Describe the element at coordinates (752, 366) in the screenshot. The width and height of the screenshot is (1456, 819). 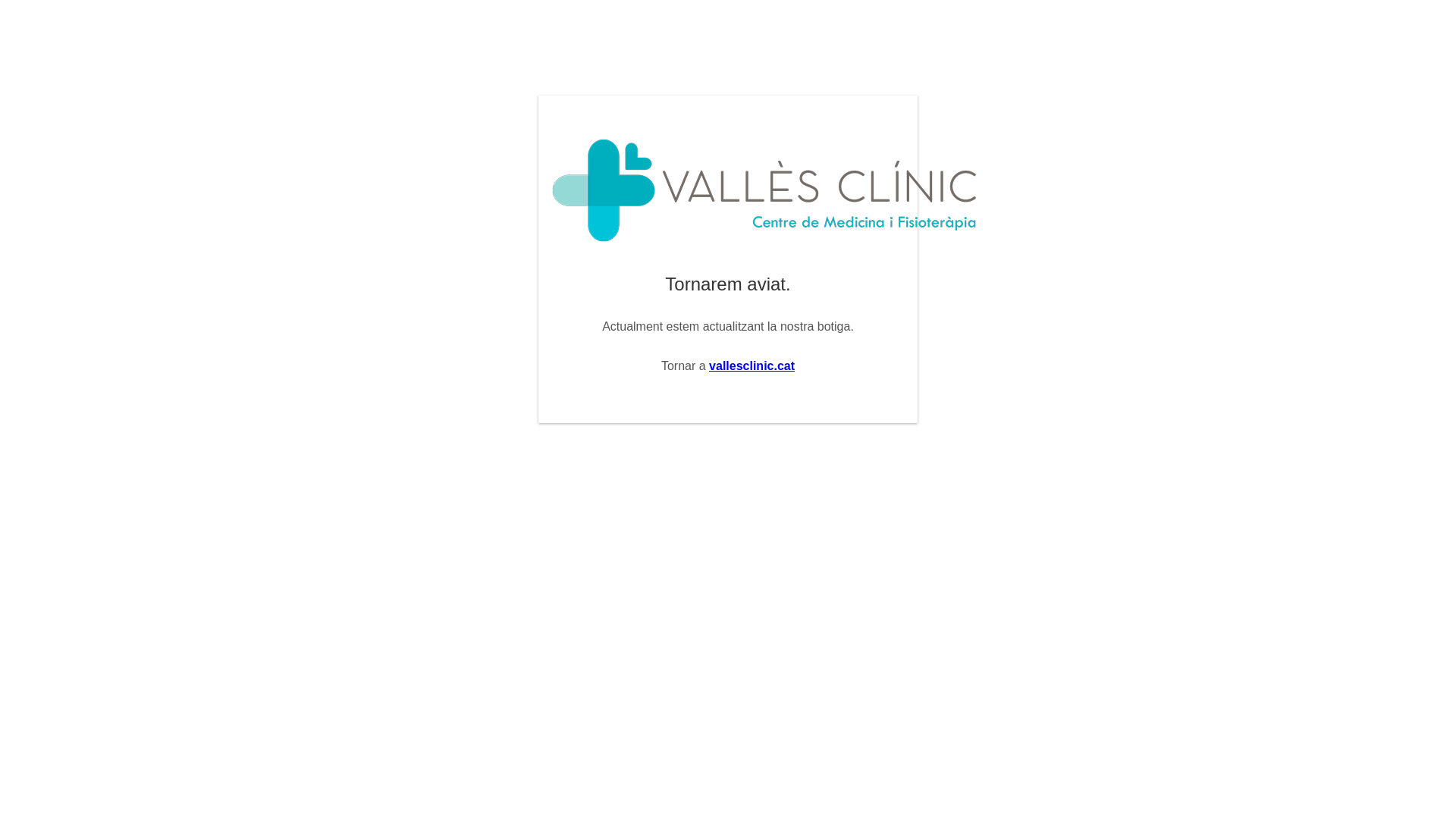
I see `'vallesclinic.cat'` at that location.